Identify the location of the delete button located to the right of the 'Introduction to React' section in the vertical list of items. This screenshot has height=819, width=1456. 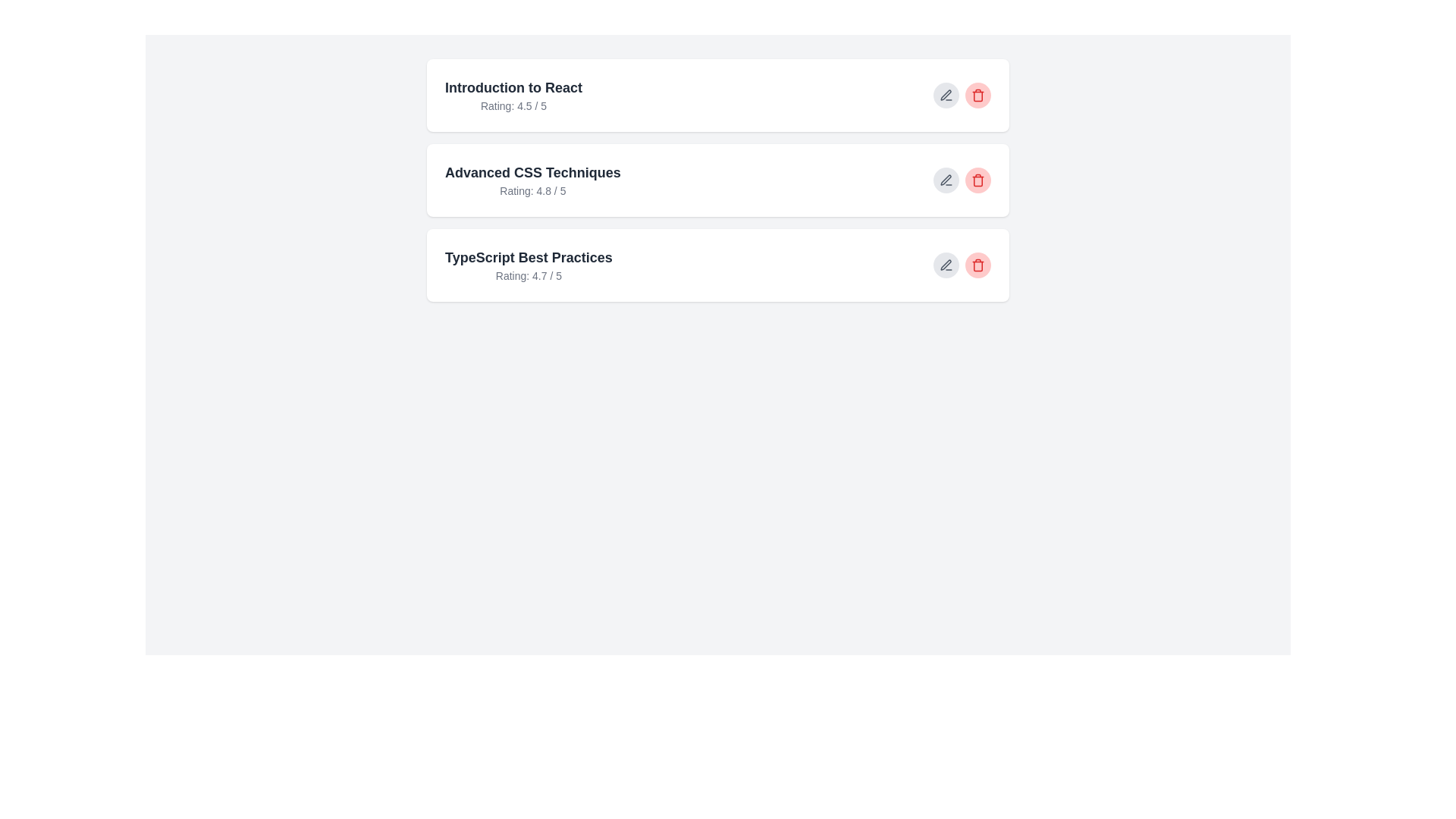
(978, 96).